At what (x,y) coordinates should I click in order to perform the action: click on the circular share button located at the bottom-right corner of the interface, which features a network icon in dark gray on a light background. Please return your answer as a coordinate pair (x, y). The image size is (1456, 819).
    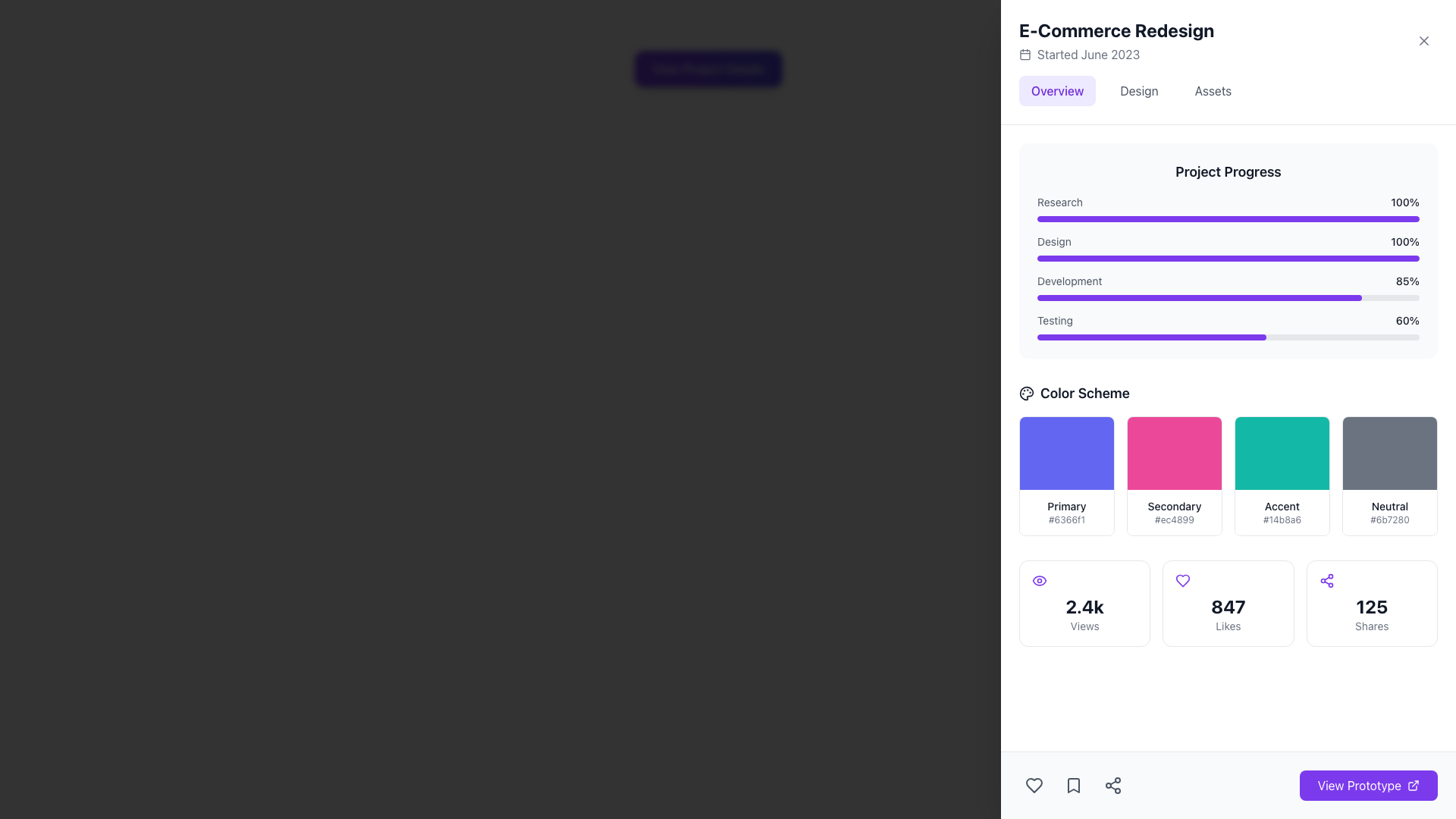
    Looking at the image, I should click on (1113, 785).